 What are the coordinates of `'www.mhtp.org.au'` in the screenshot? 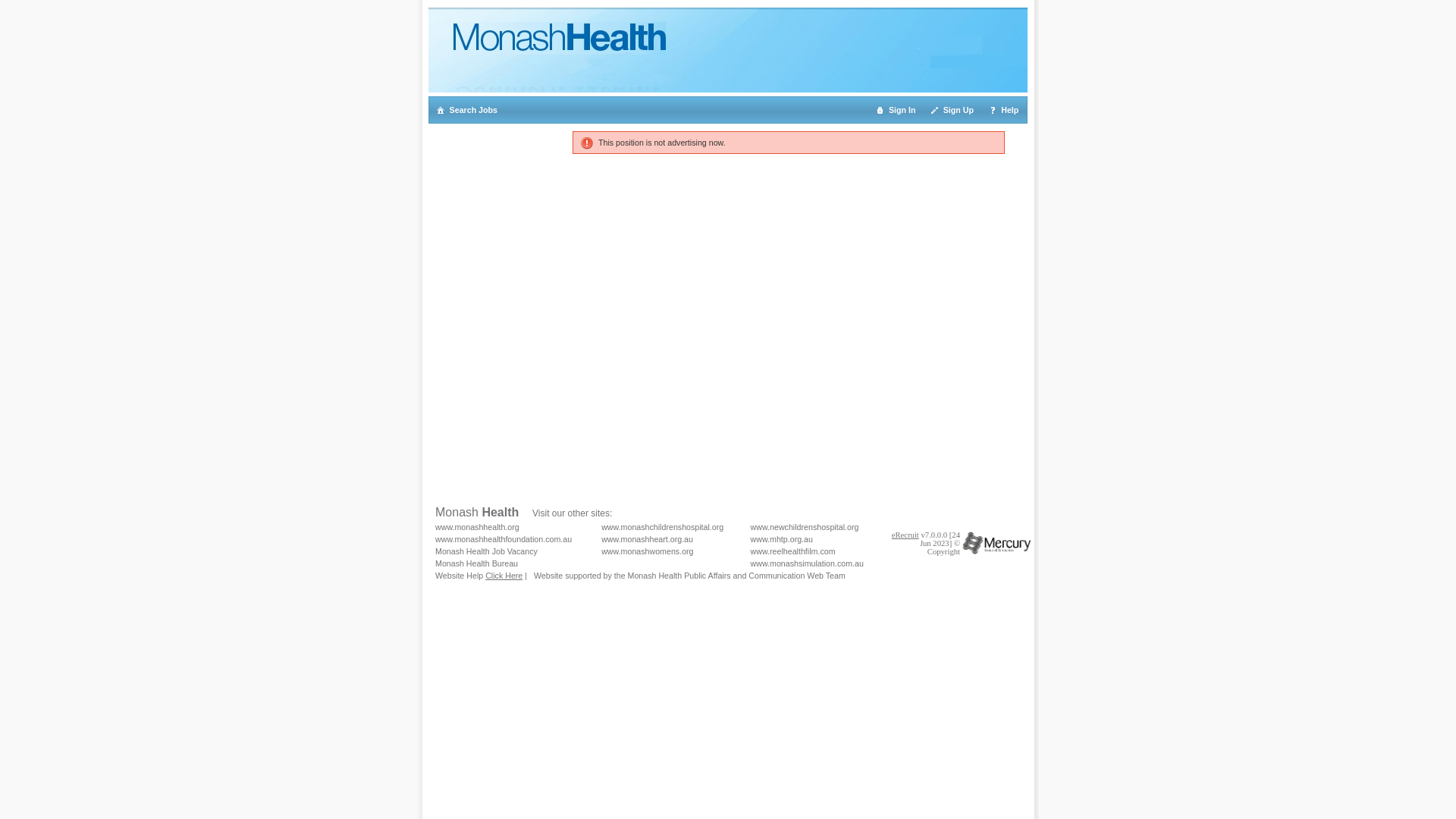 It's located at (750, 538).